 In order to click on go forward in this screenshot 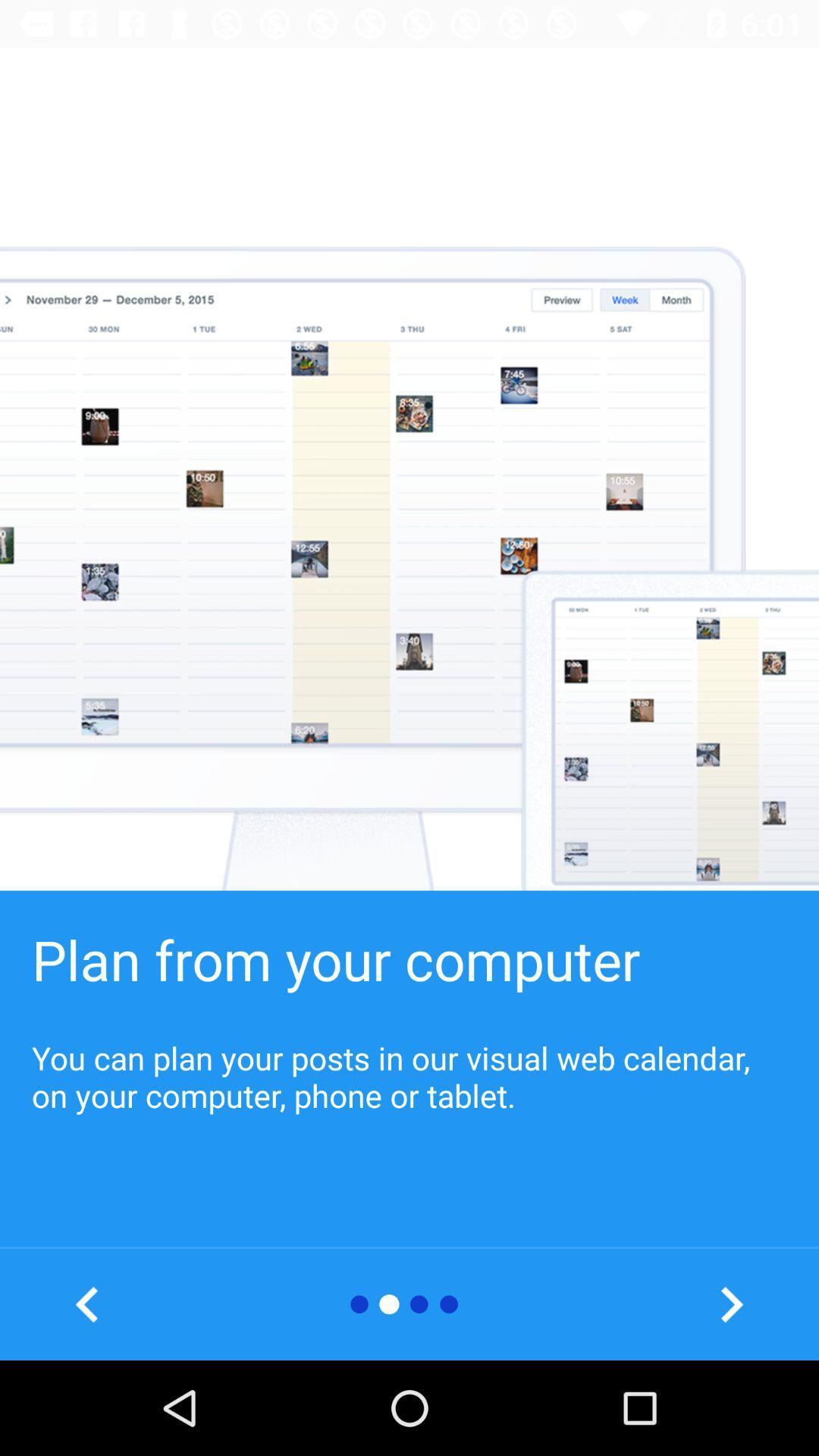, I will do `click(730, 1304)`.